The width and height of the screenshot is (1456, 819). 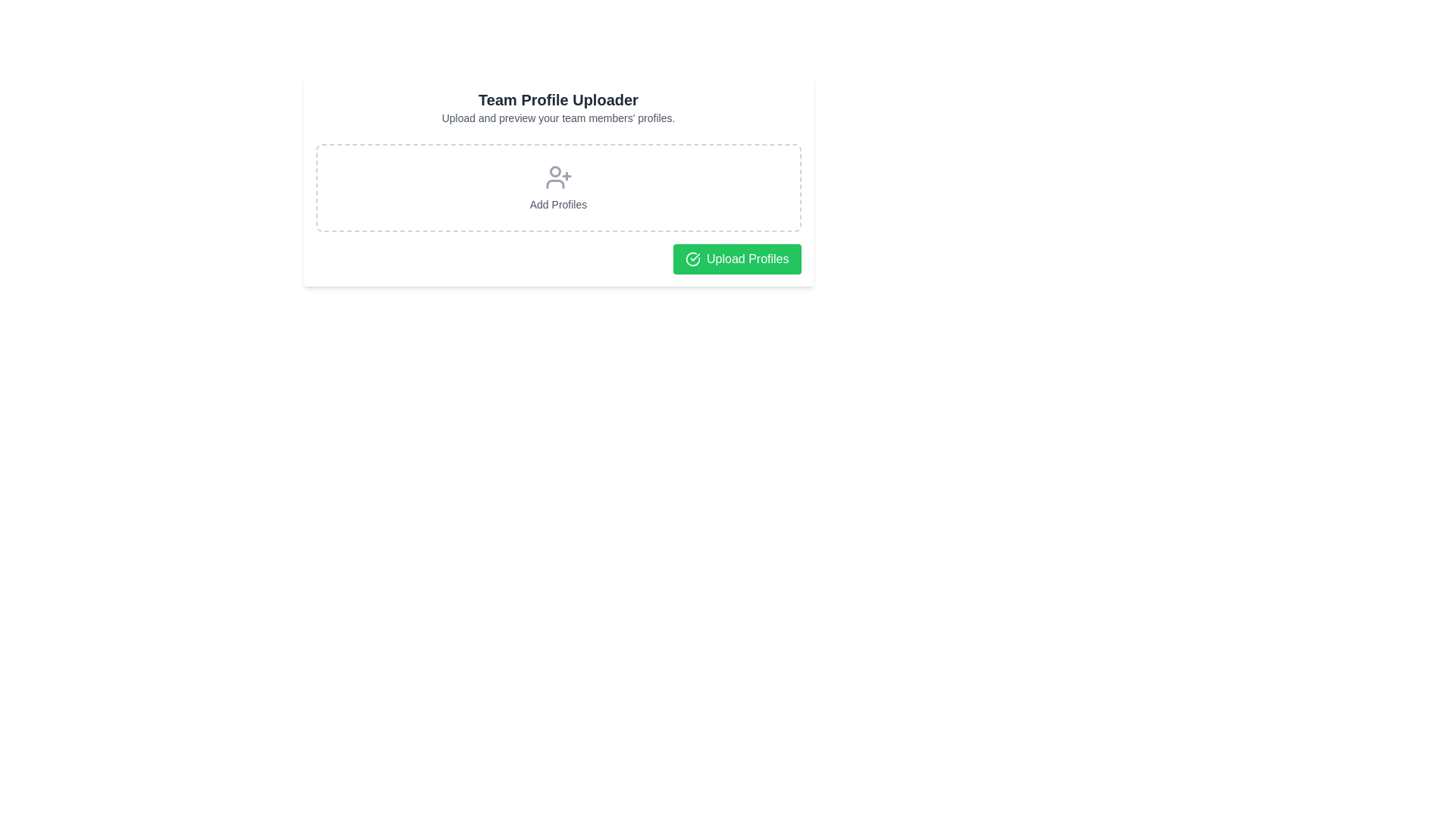 What do you see at coordinates (557, 117) in the screenshot?
I see `the text label displaying 'Upload and preview your team members' profiles.' located directly below the title 'Team Profile Uploader.'` at bounding box center [557, 117].